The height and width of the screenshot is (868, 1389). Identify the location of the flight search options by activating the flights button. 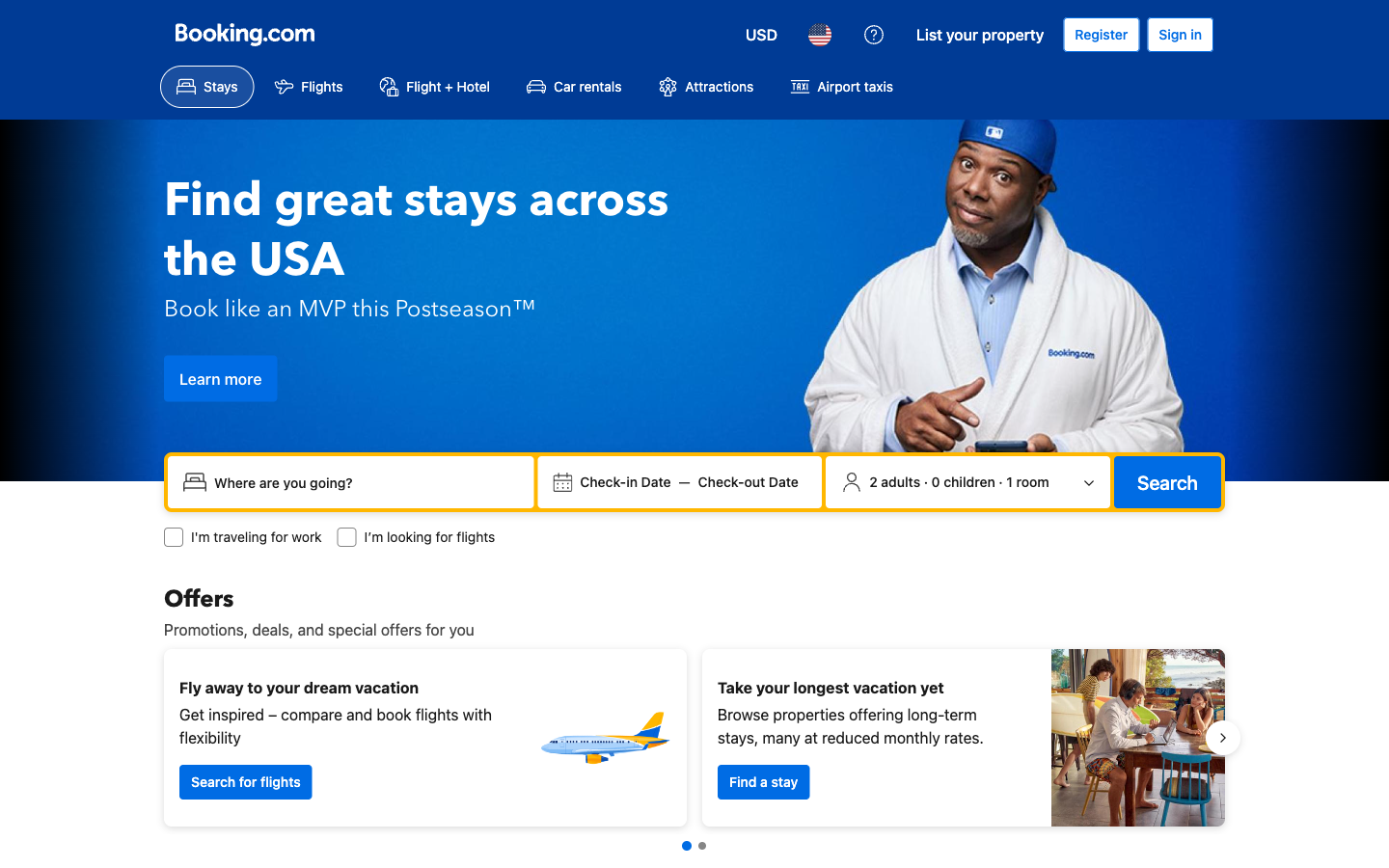
(308, 86).